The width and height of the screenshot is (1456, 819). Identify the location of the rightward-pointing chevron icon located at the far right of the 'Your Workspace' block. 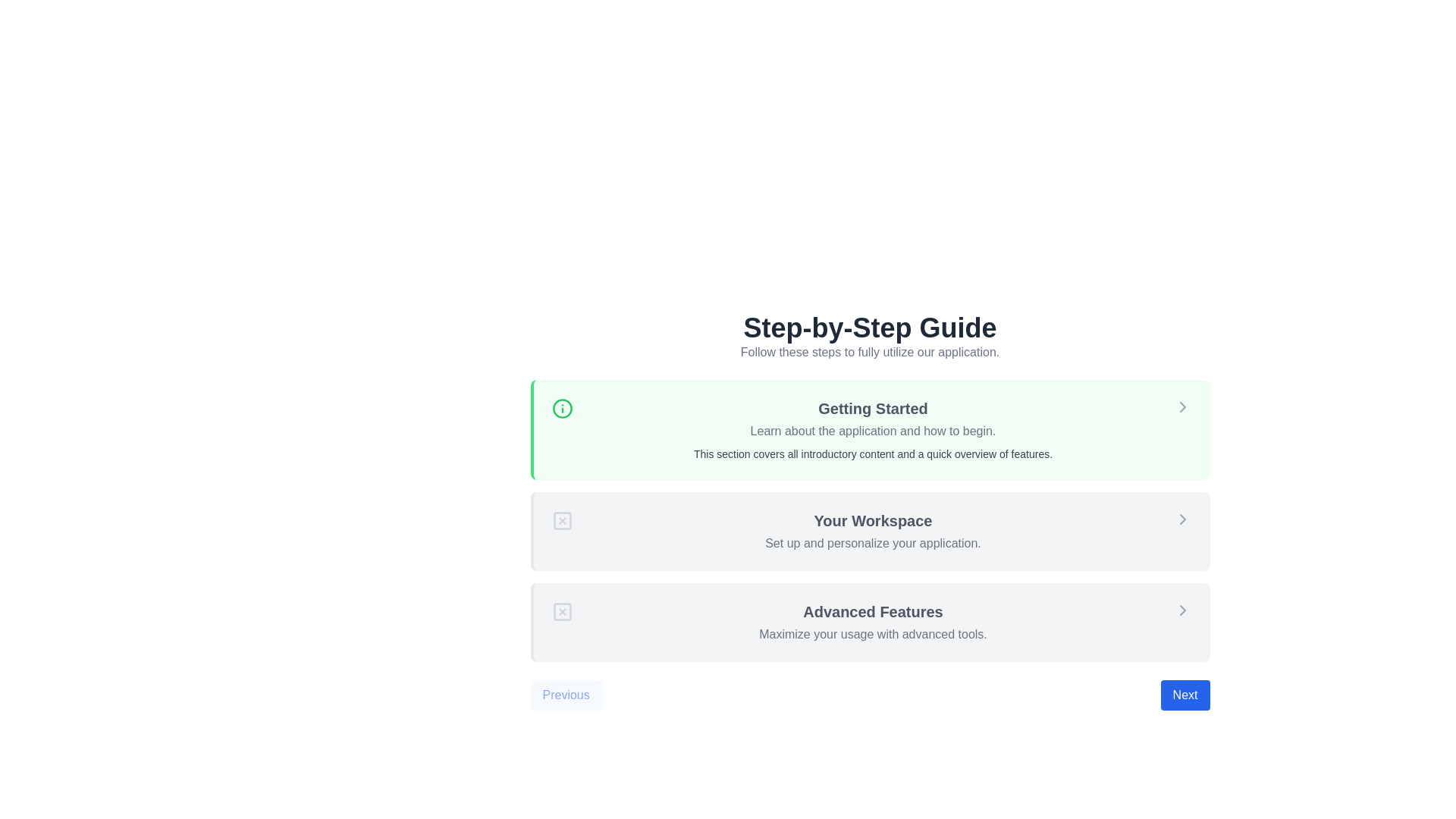
(1181, 519).